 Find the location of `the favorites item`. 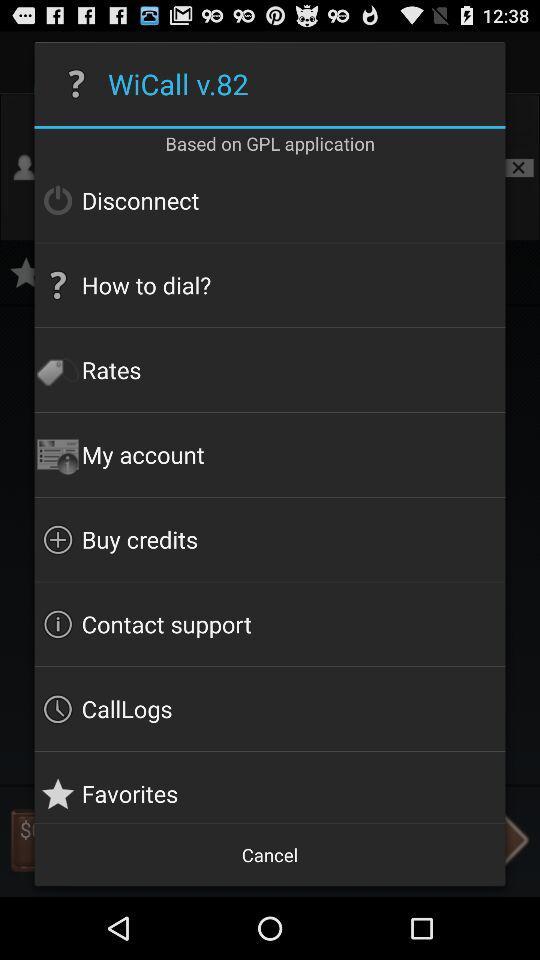

the favorites item is located at coordinates (270, 787).